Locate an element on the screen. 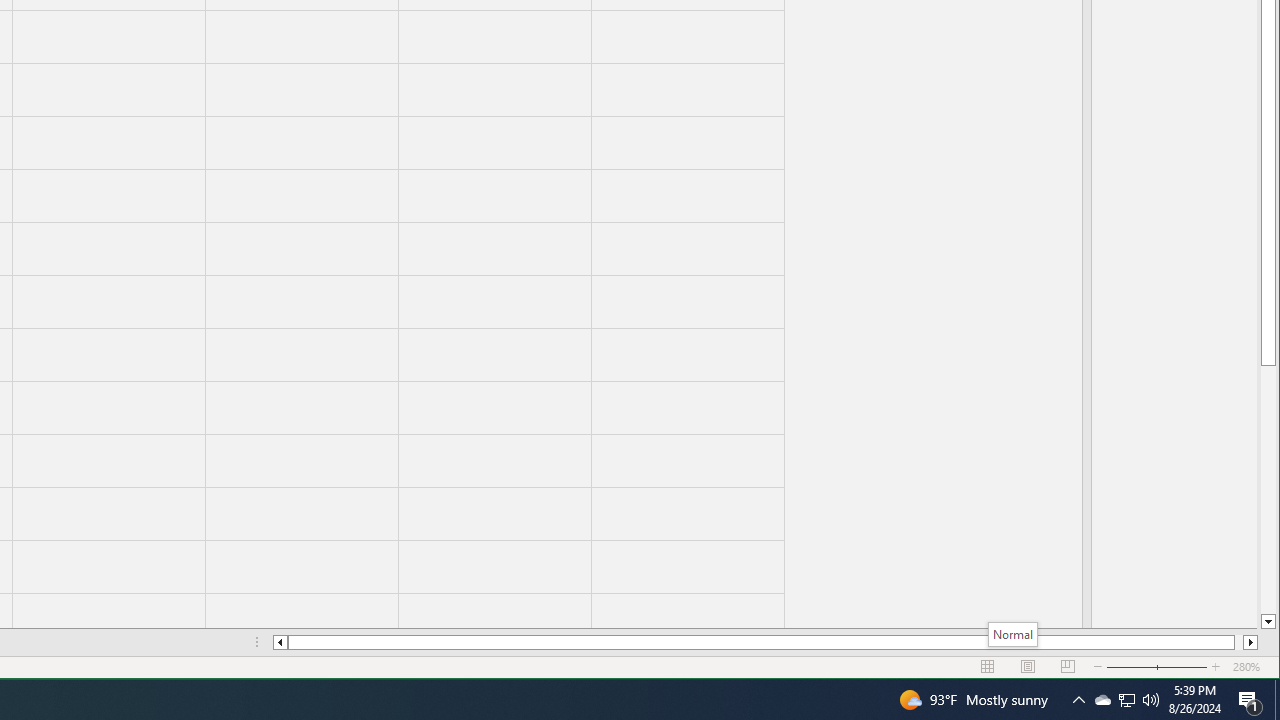  'Normal' is located at coordinates (1013, 634).